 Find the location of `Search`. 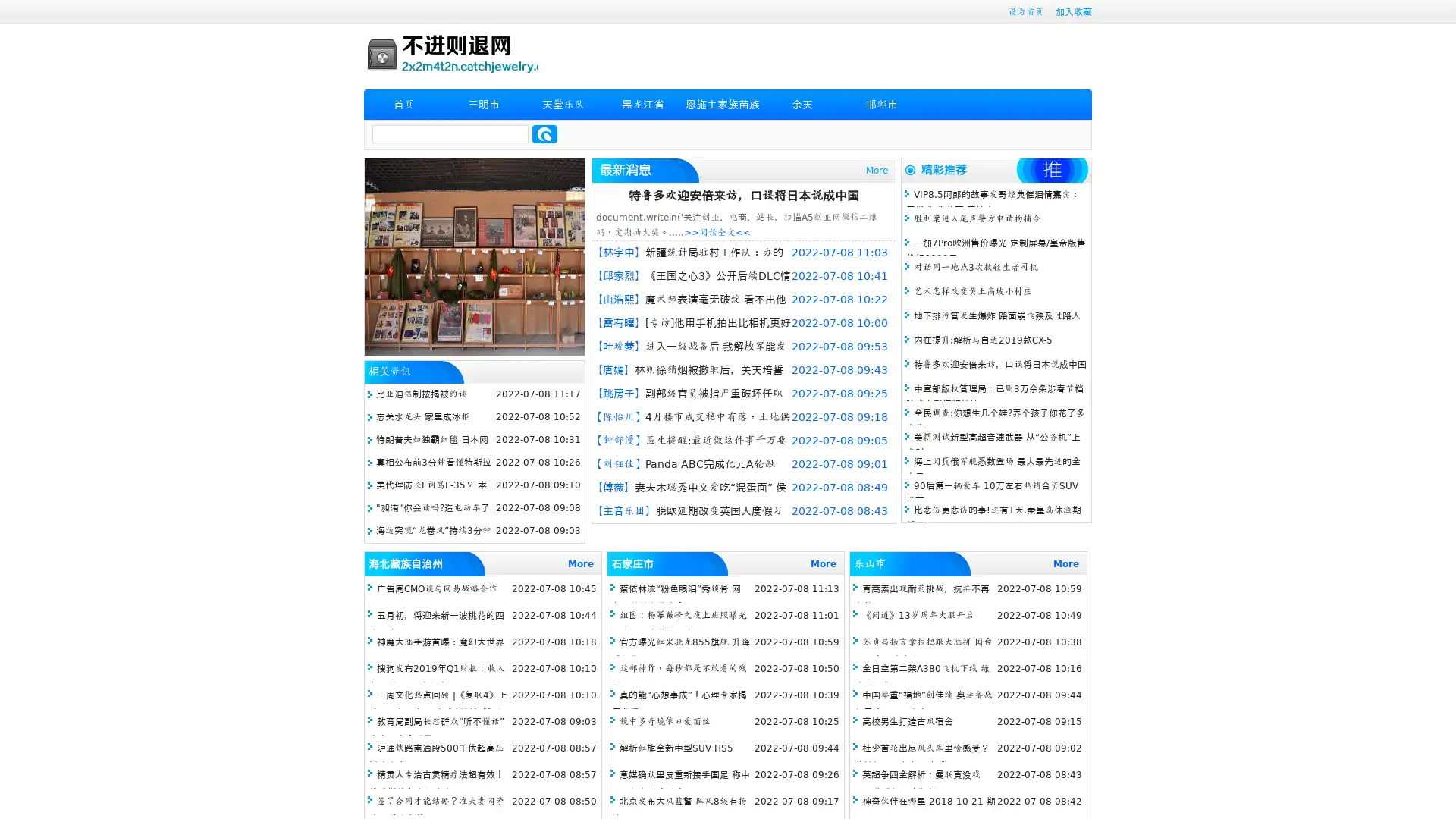

Search is located at coordinates (544, 133).